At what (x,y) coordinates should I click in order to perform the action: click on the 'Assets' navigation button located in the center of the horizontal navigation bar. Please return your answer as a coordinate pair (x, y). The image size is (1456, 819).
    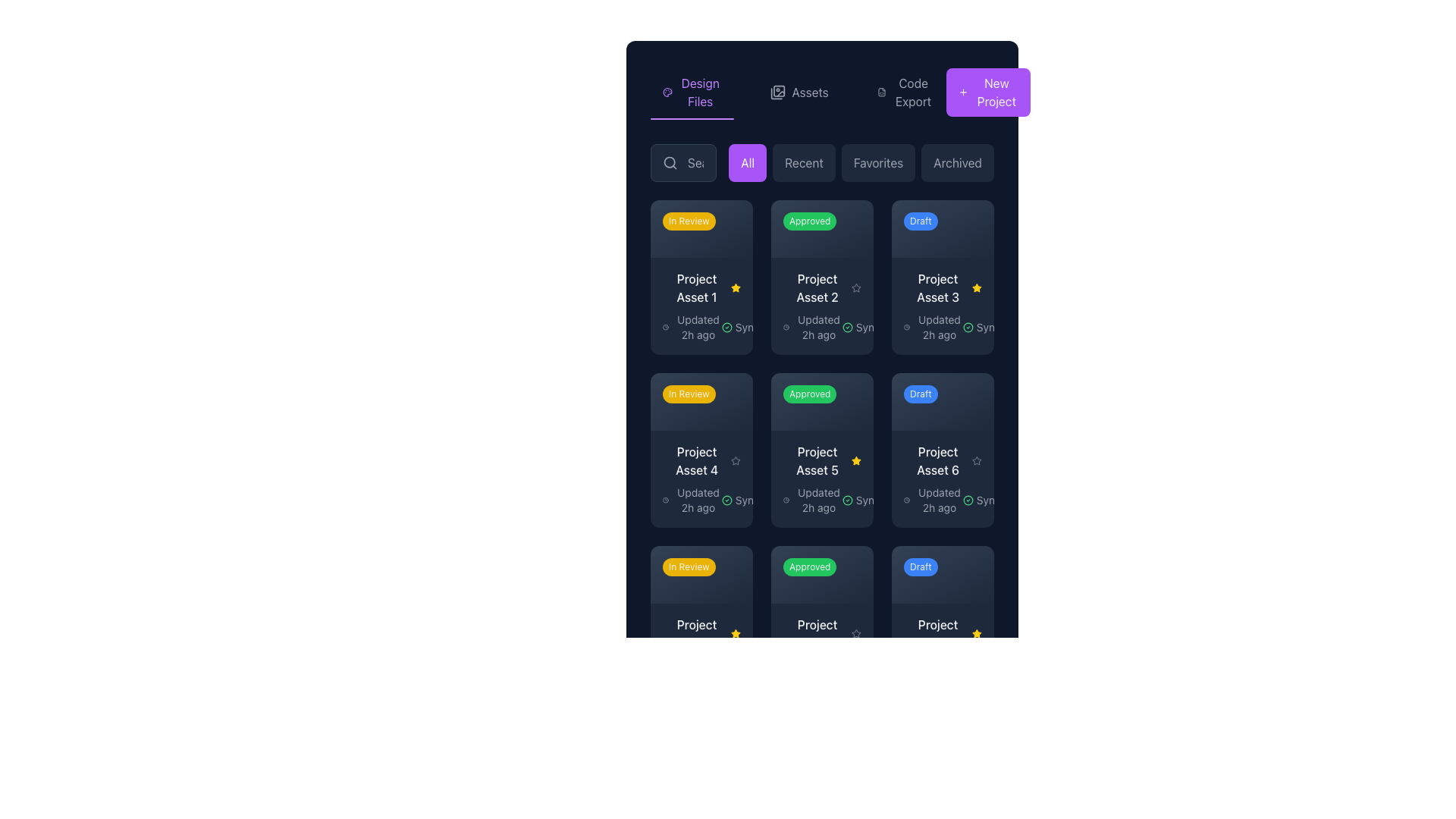
    Looking at the image, I should click on (799, 93).